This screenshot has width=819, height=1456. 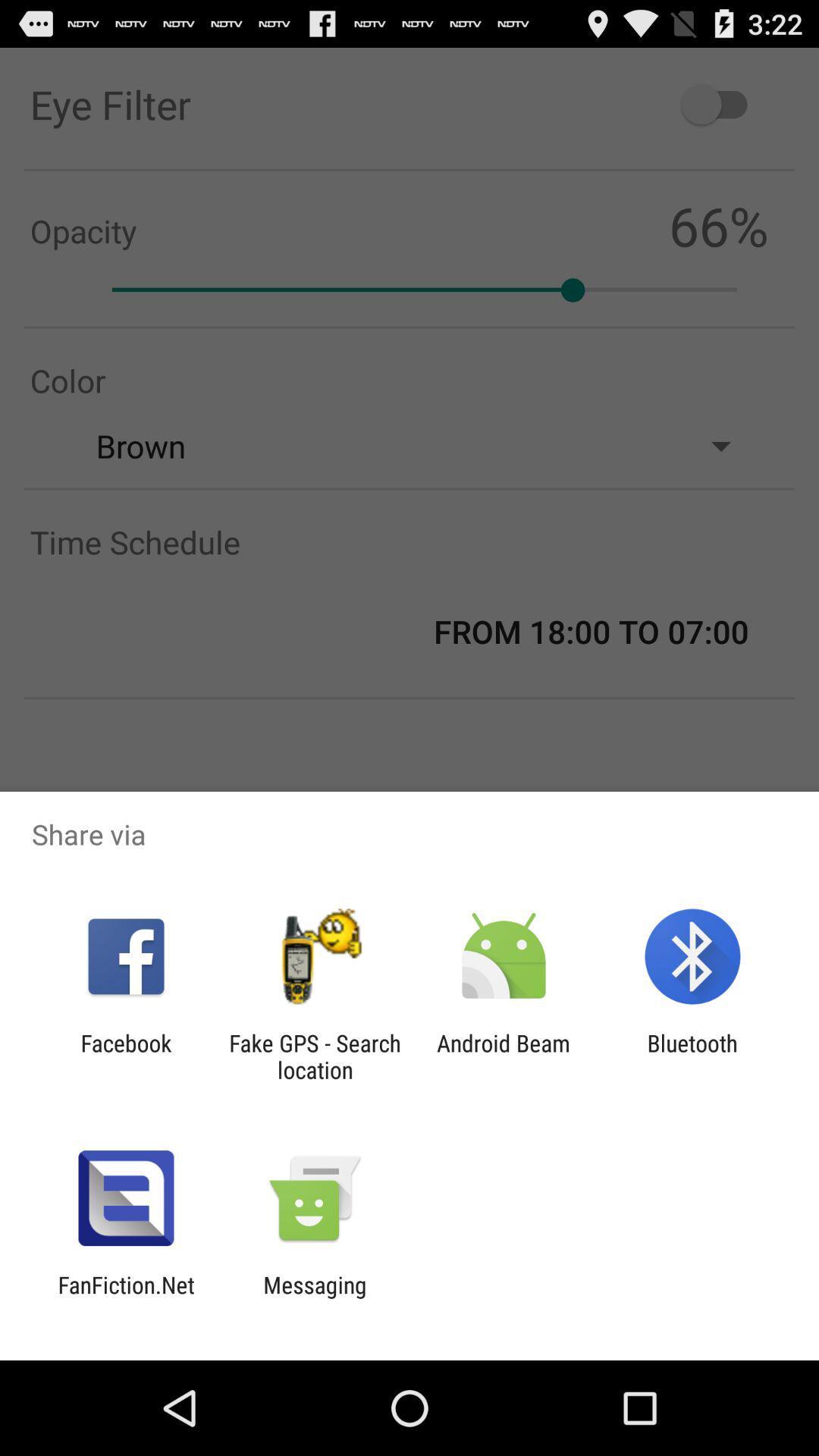 What do you see at coordinates (314, 1298) in the screenshot?
I see `the messaging icon` at bounding box center [314, 1298].